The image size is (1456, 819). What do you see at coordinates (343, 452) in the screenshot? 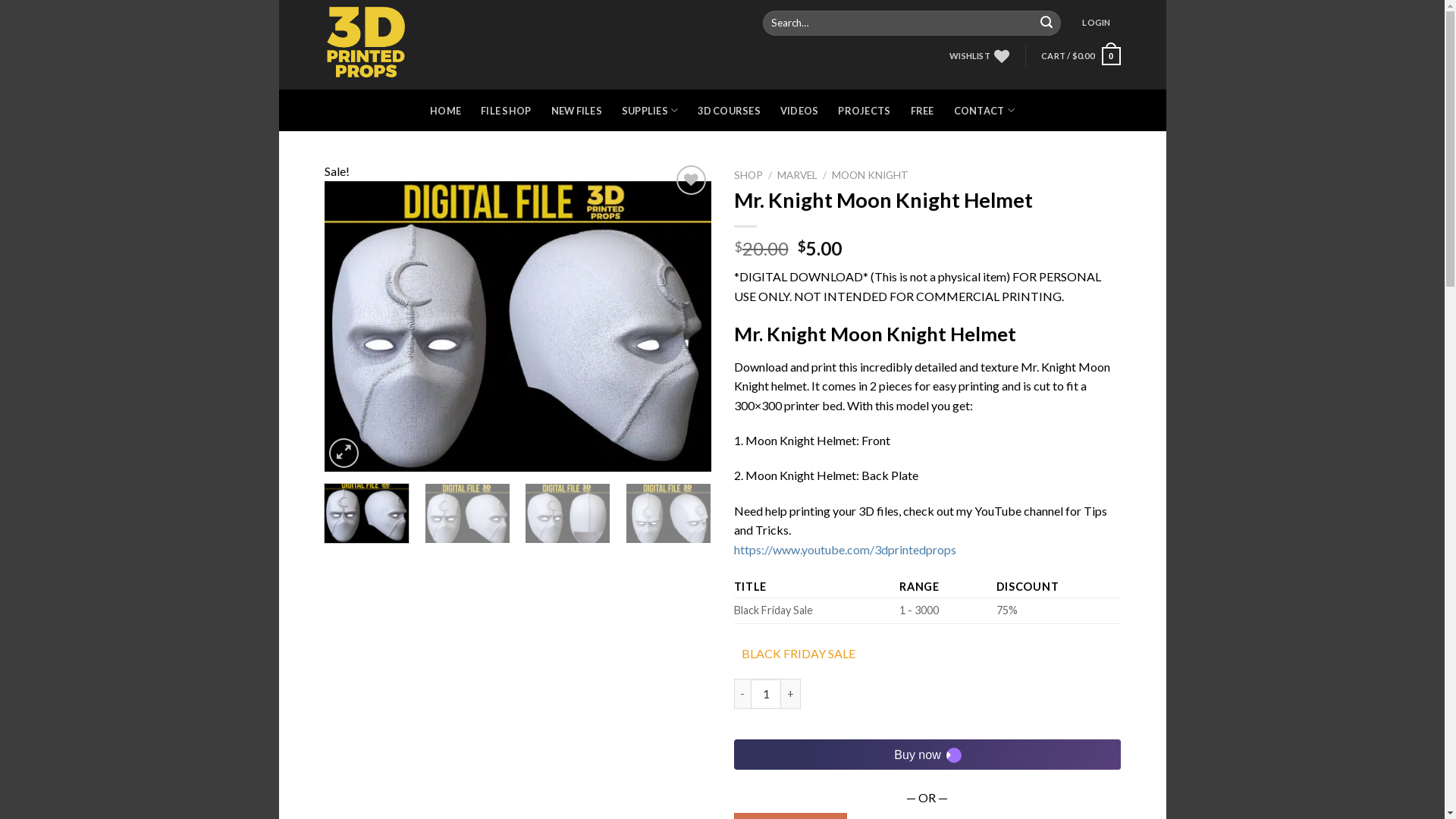
I see `'Zoom'` at bounding box center [343, 452].